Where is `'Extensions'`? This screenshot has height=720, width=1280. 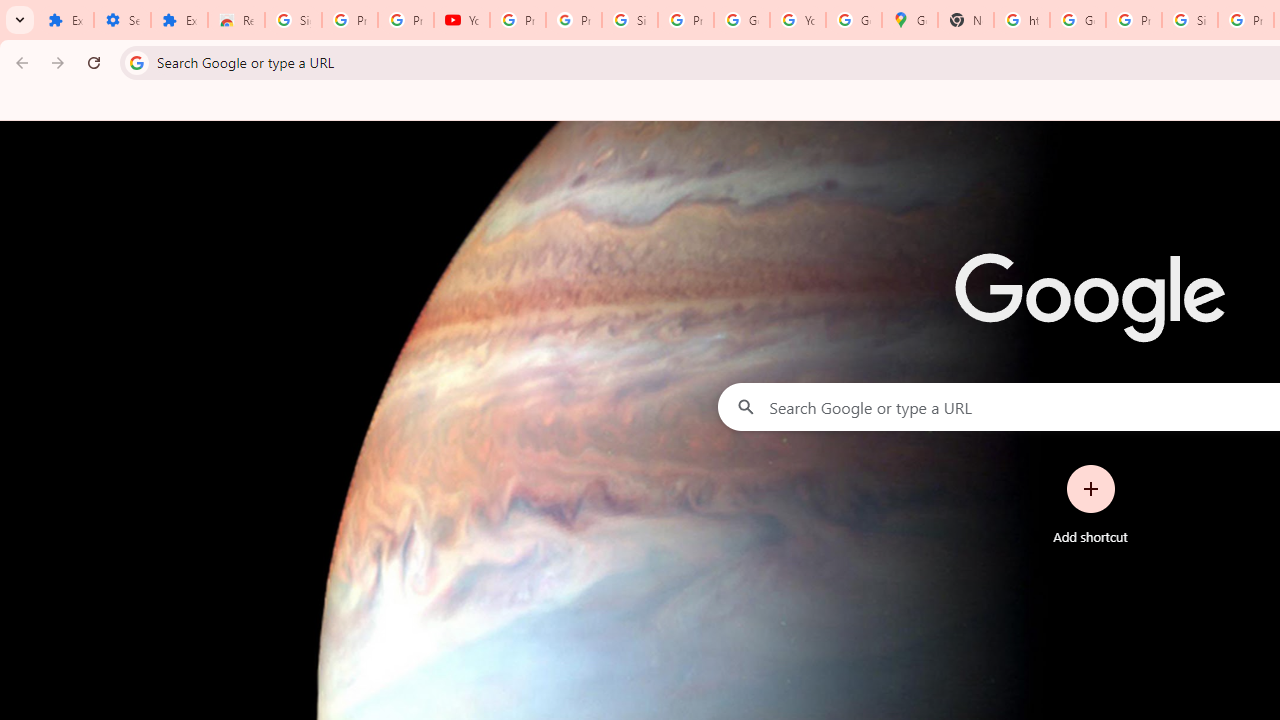 'Extensions' is located at coordinates (179, 20).